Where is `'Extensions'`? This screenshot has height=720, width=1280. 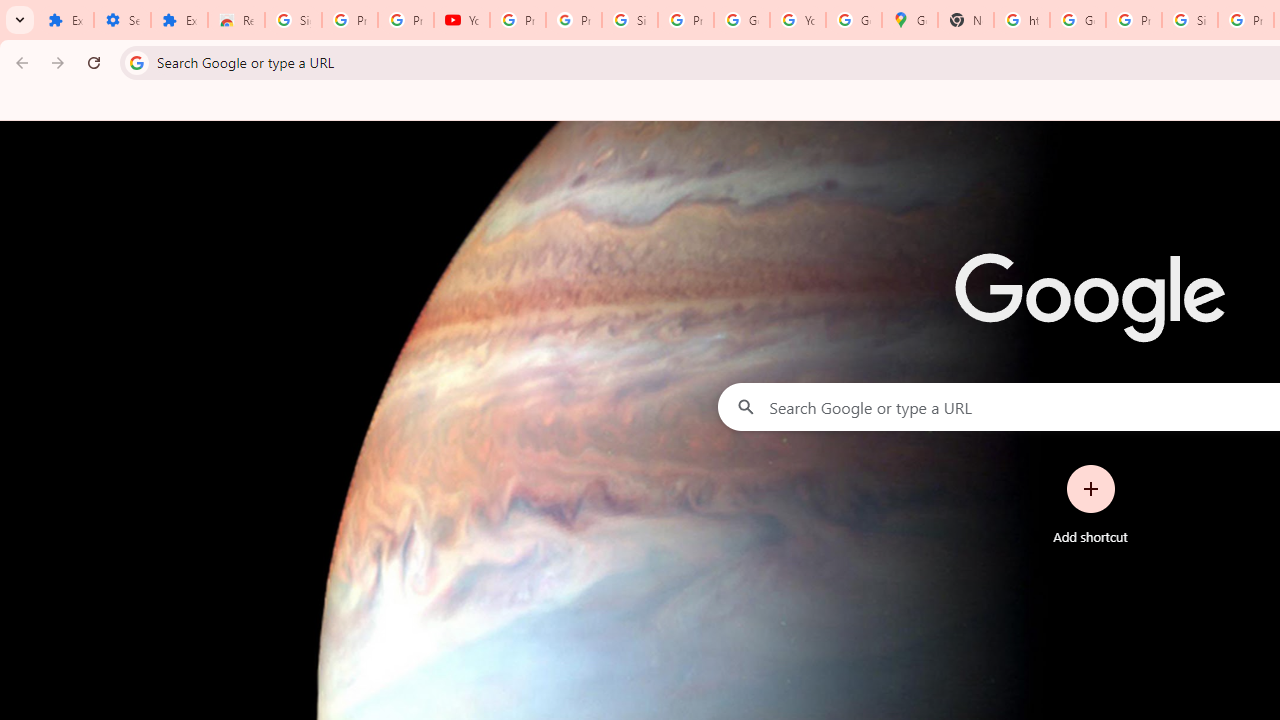 'Extensions' is located at coordinates (179, 20).